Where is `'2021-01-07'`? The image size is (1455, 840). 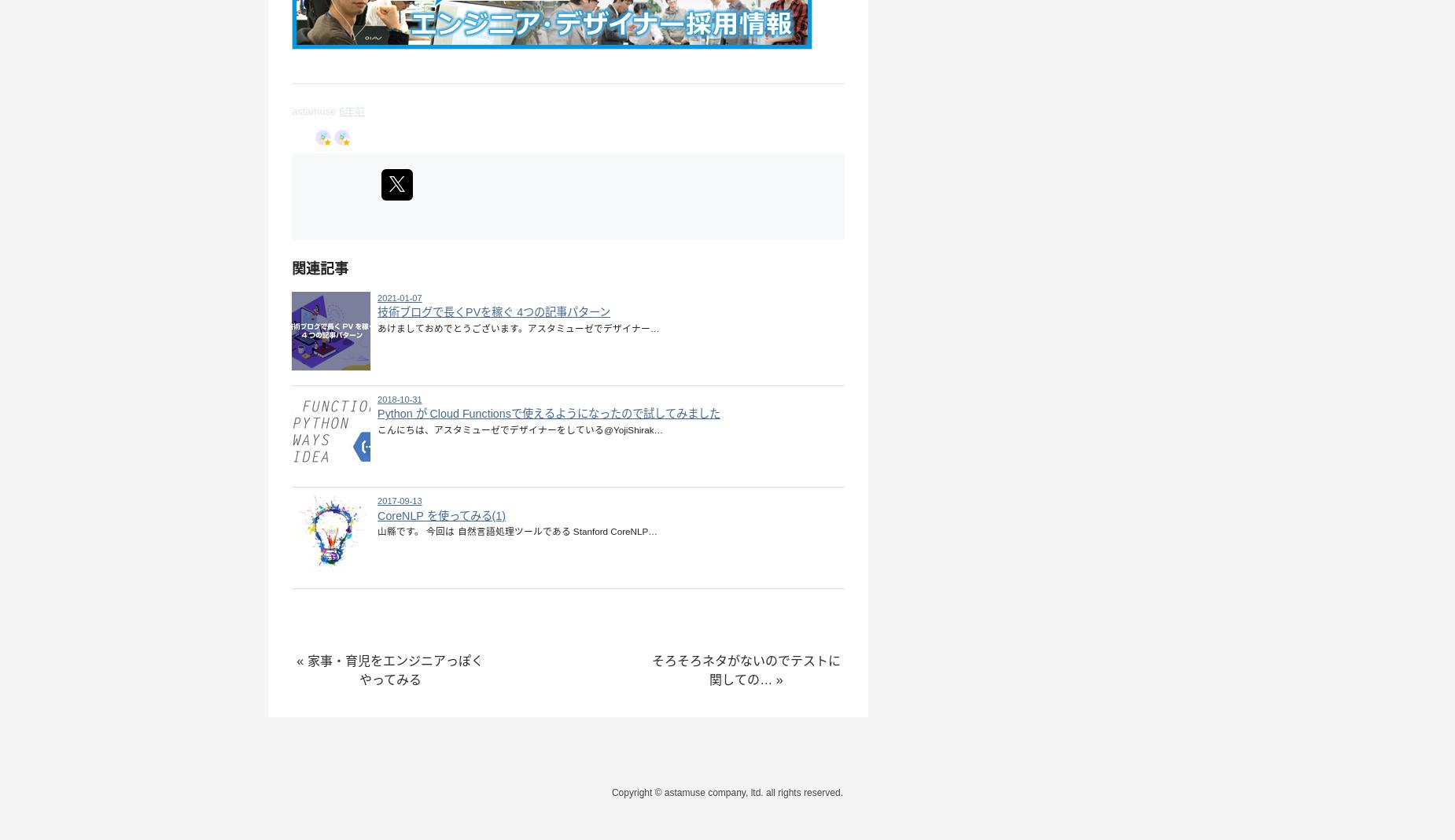
'2021-01-07' is located at coordinates (378, 296).